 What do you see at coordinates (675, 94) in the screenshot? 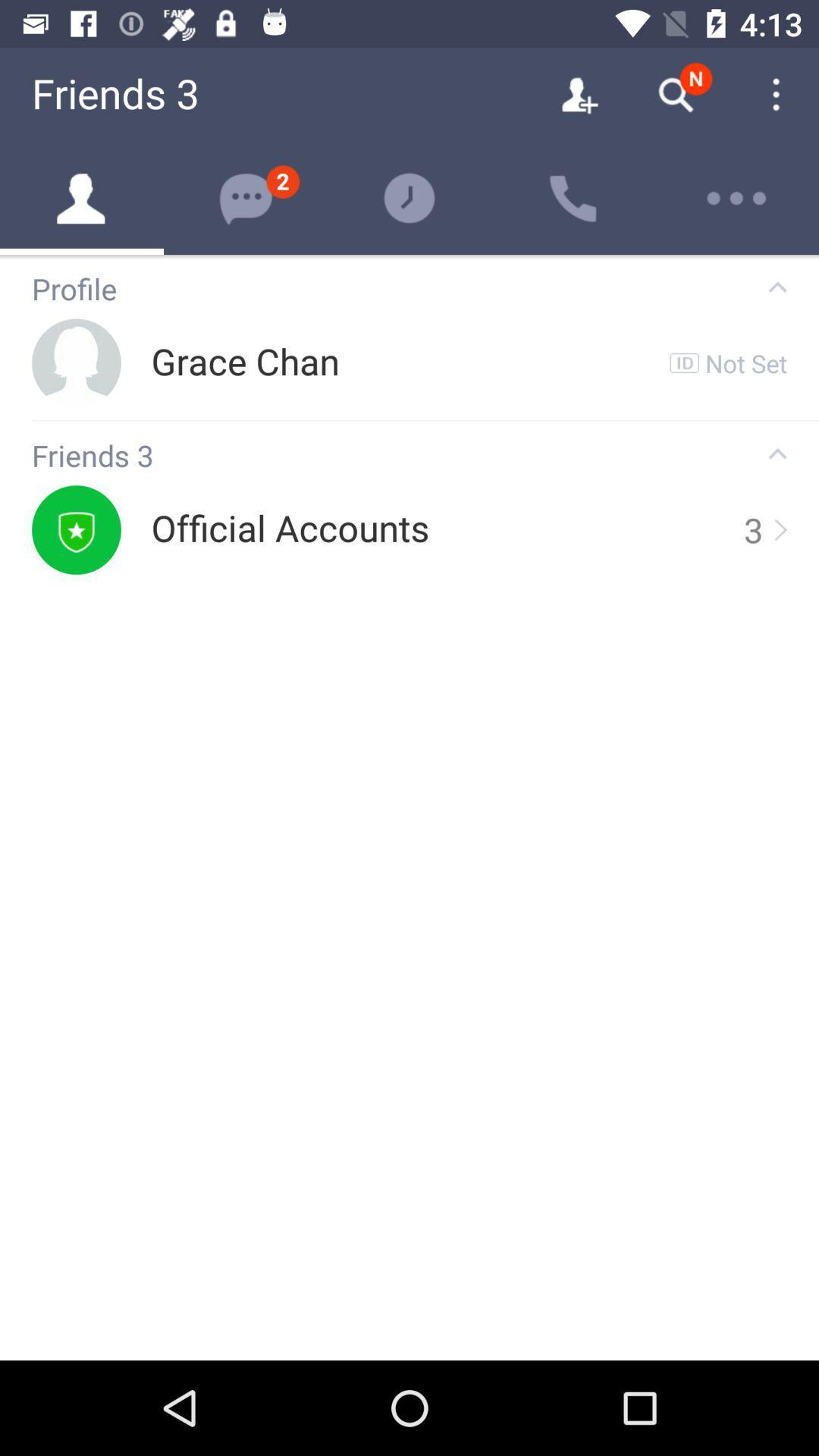
I see `the search icon` at bounding box center [675, 94].